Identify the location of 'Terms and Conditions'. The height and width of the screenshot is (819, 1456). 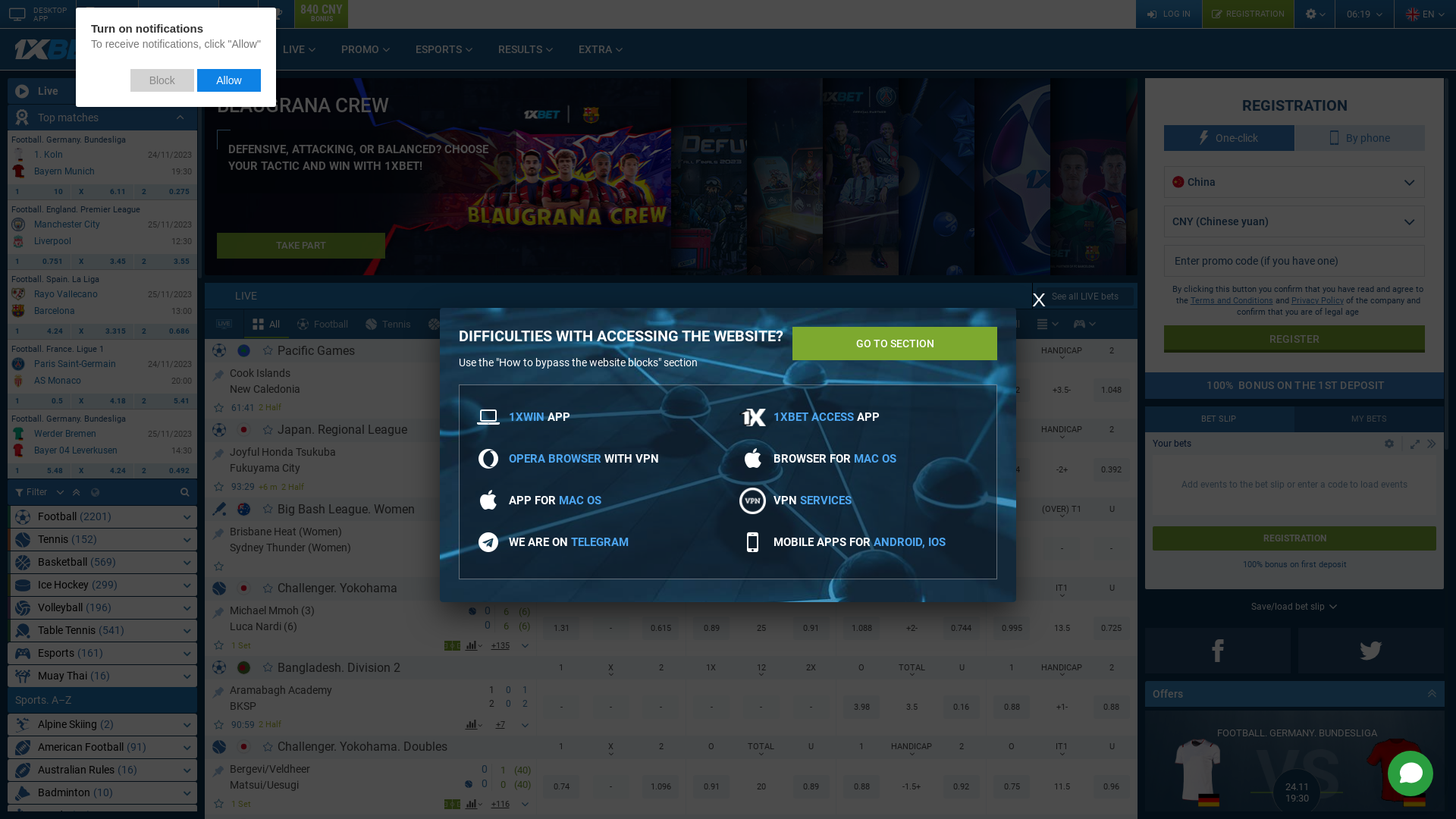
(1232, 300).